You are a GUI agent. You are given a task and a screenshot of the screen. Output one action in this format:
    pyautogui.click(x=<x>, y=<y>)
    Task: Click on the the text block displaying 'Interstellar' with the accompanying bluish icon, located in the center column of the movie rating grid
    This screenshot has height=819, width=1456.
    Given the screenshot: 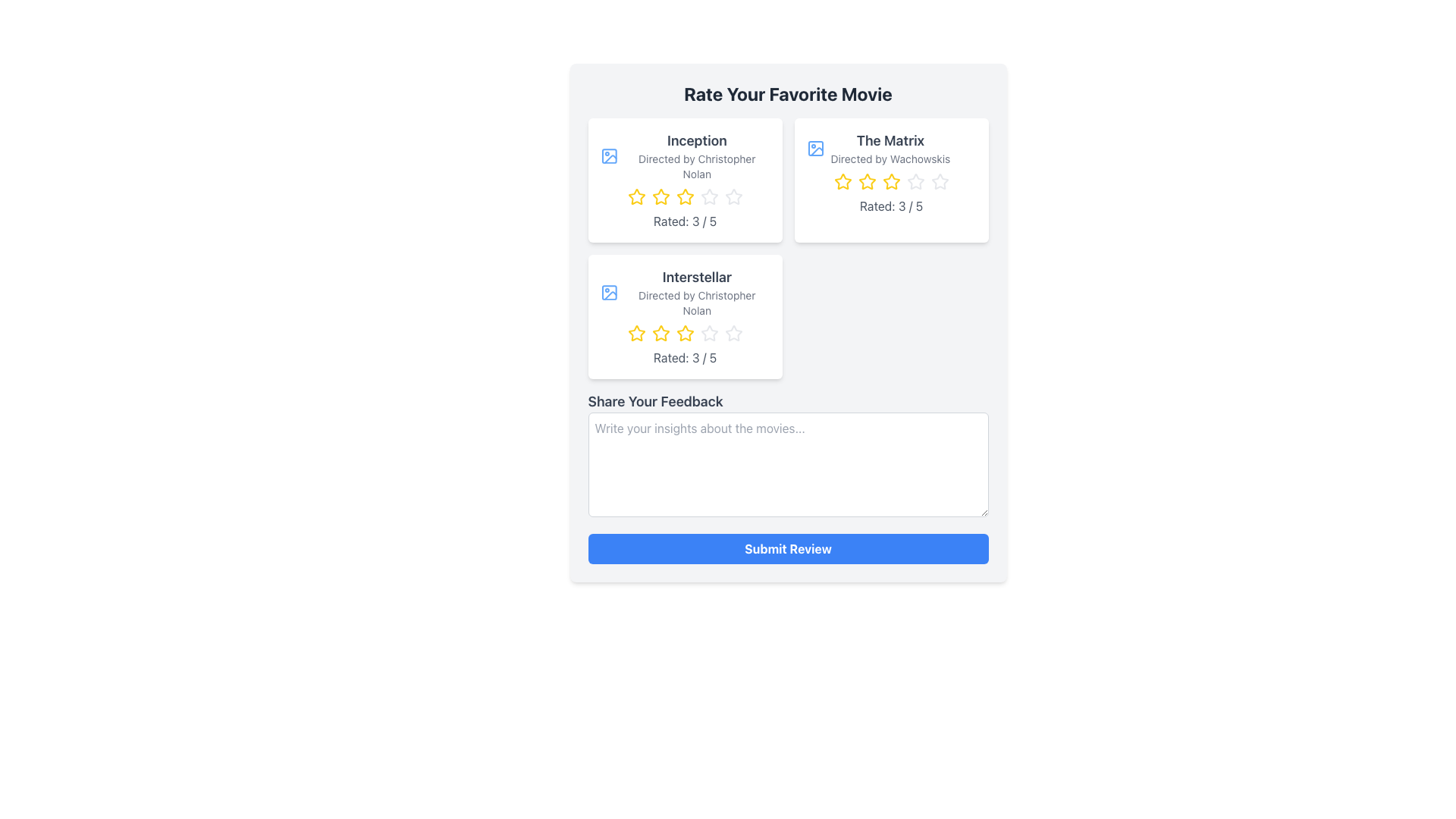 What is the action you would take?
    pyautogui.click(x=684, y=292)
    